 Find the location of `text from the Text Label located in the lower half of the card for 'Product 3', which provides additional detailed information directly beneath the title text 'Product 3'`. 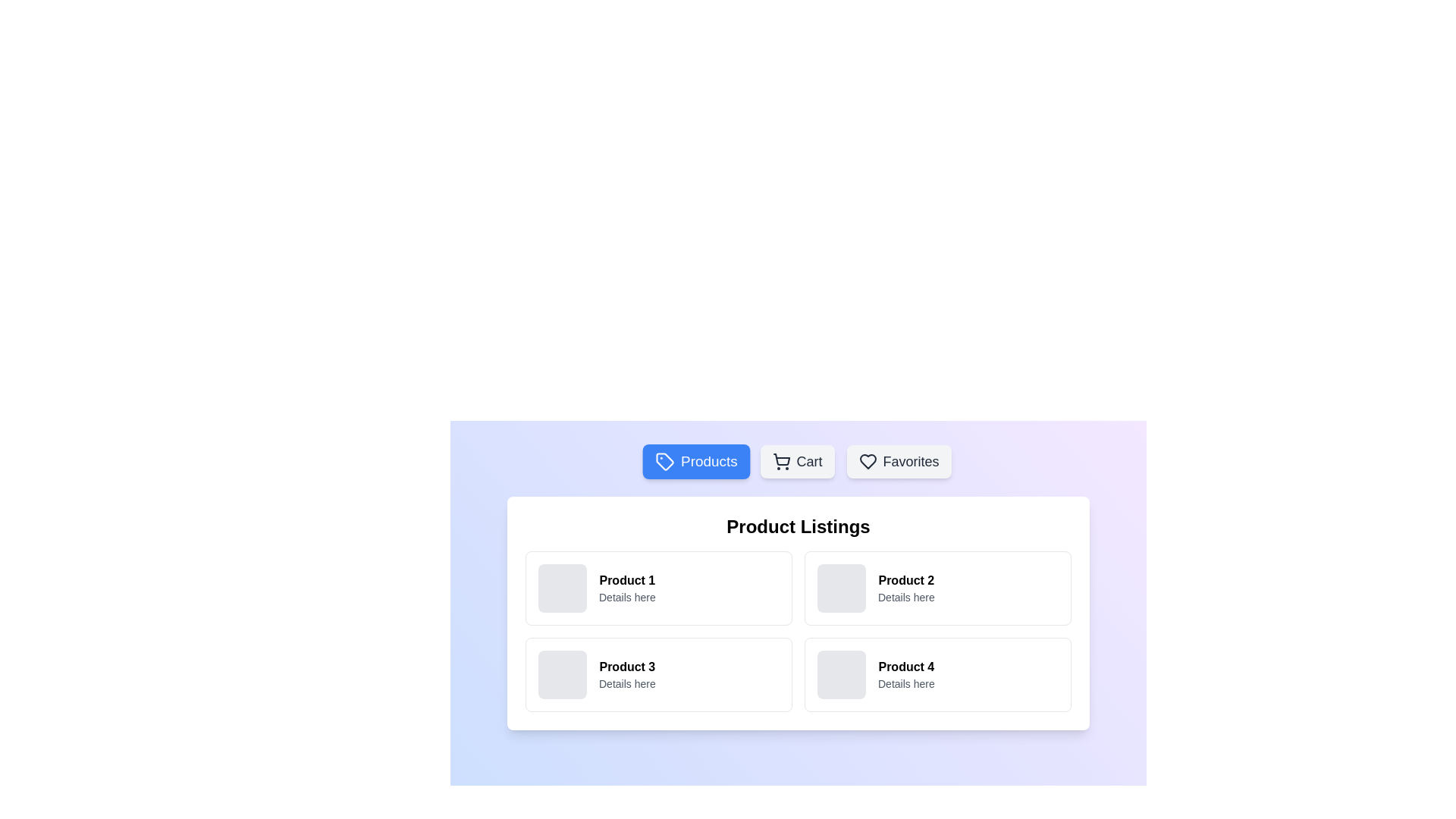

text from the Text Label located in the lower half of the card for 'Product 3', which provides additional detailed information directly beneath the title text 'Product 3' is located at coordinates (627, 684).